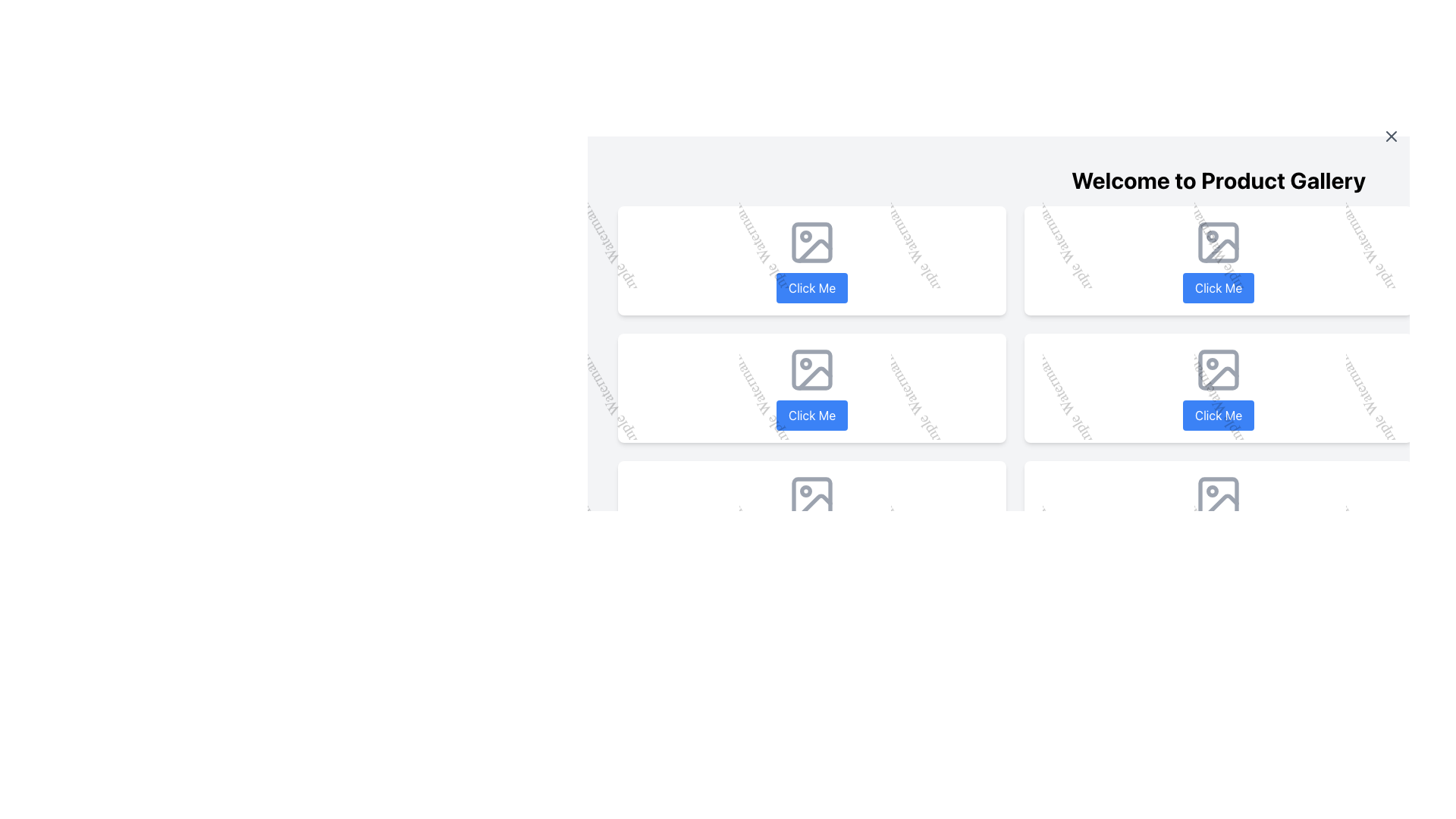 This screenshot has height=819, width=1456. Describe the element at coordinates (1219, 370) in the screenshot. I see `the light gray rectangular shape with rounded corners inside the 'lucide-image' SVG component, located at the upper-left corner of the icon with the sun and mountain features` at that location.